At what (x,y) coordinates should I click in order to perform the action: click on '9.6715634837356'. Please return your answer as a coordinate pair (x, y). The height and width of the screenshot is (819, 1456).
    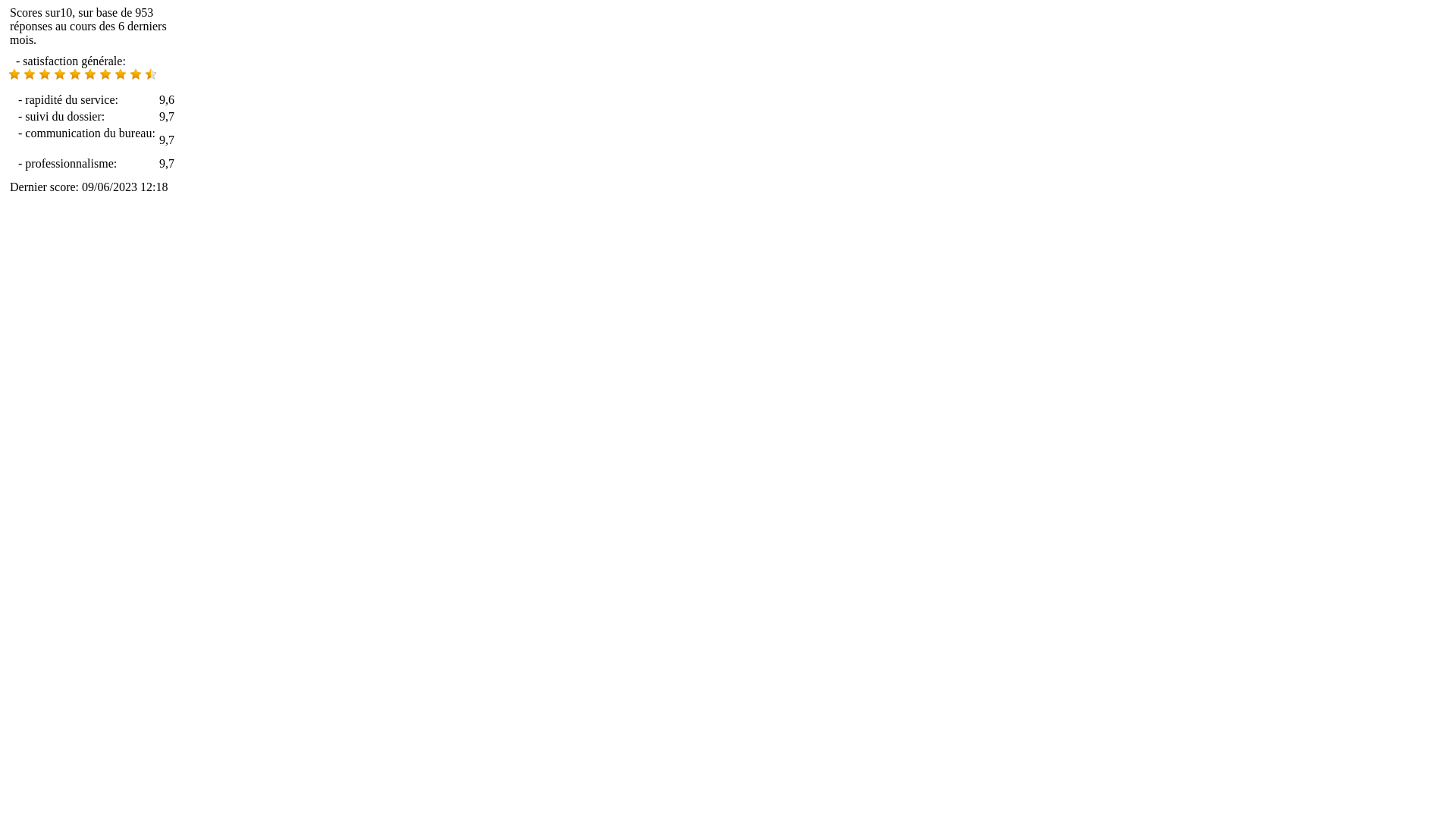
    Looking at the image, I should click on (14, 74).